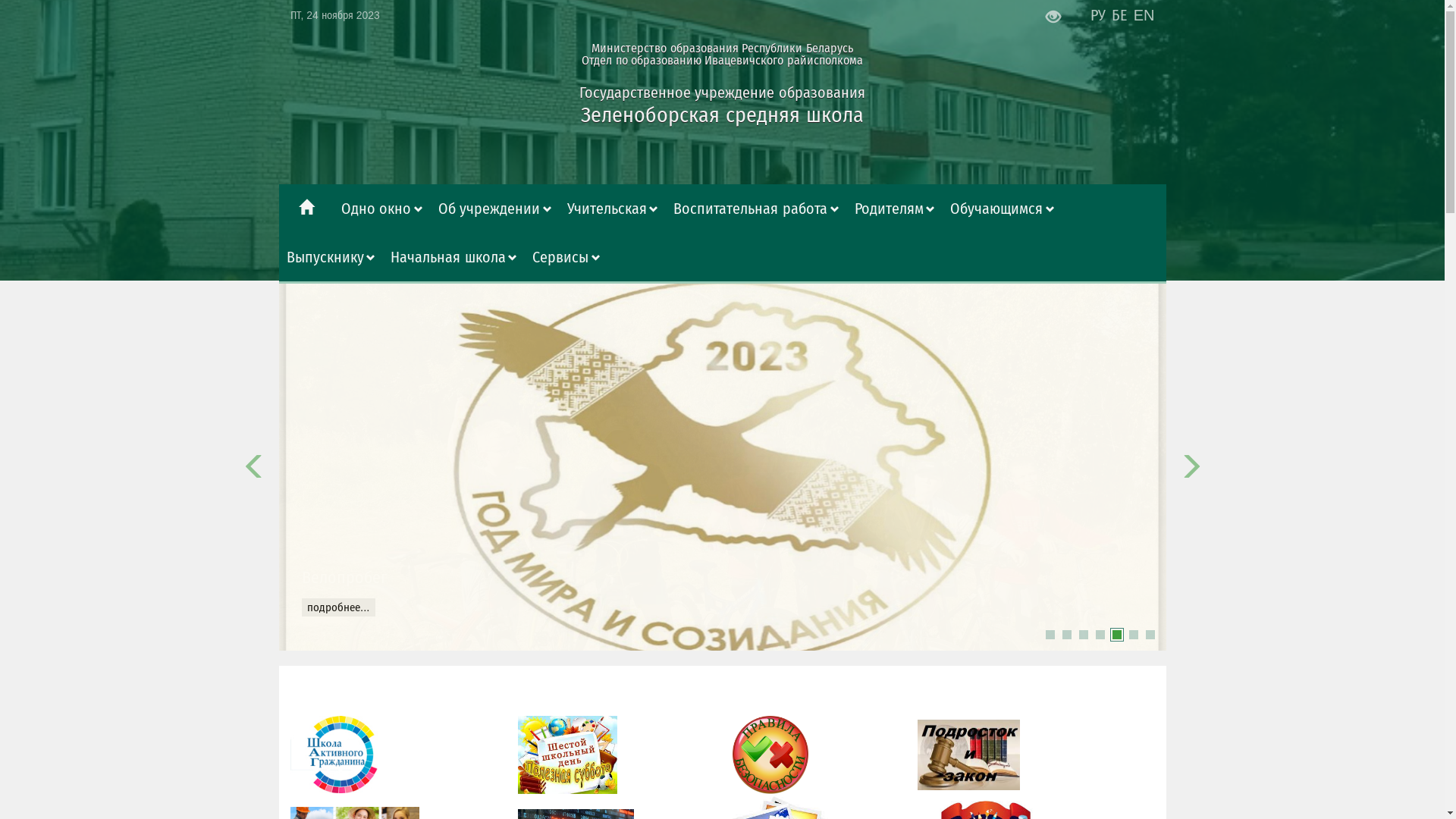 The width and height of the screenshot is (1456, 819). I want to click on '2', so click(1061, 635).